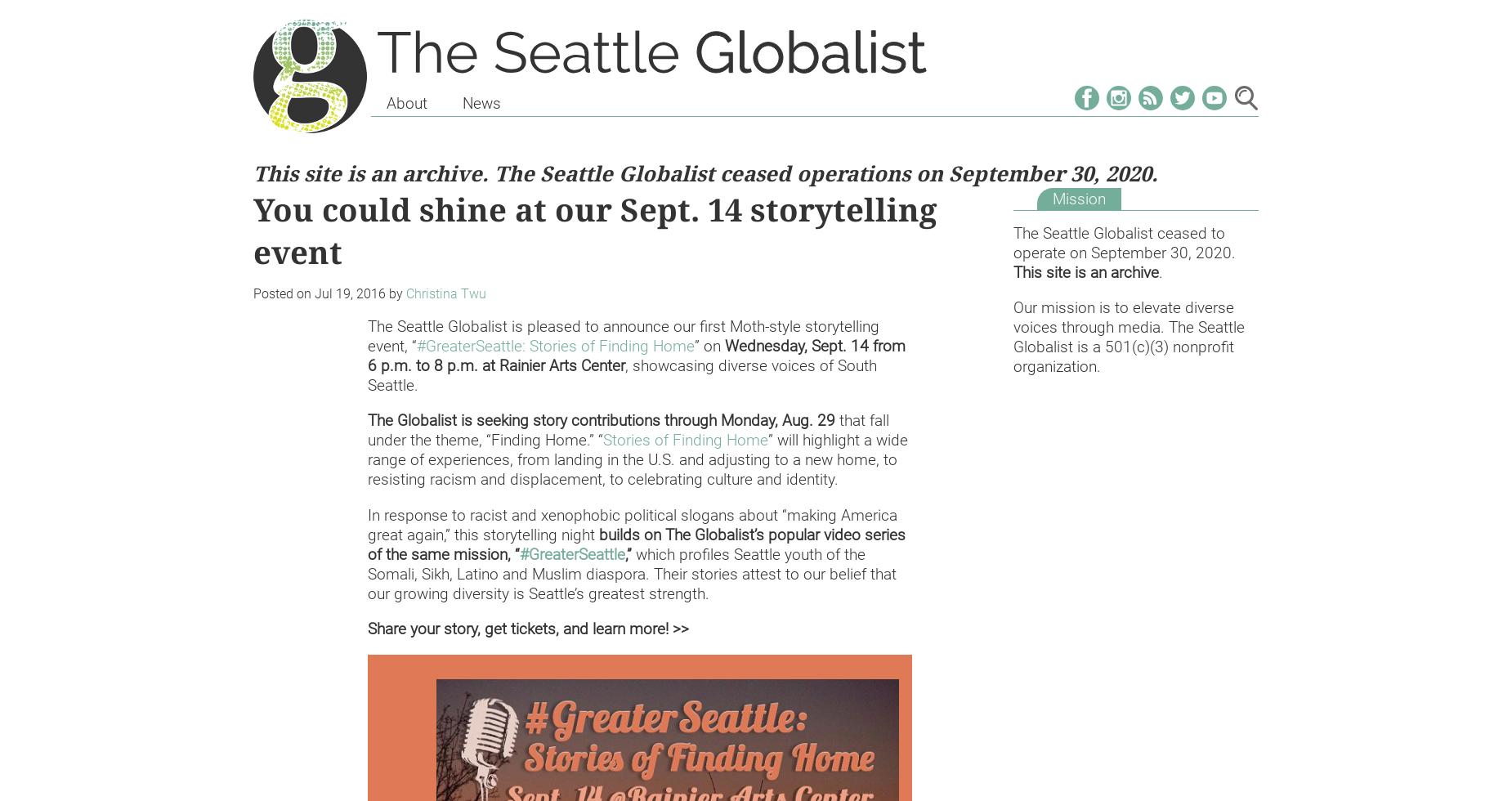 This screenshot has width=1512, height=801. I want to click on 'Jul 19, 2016', so click(349, 293).